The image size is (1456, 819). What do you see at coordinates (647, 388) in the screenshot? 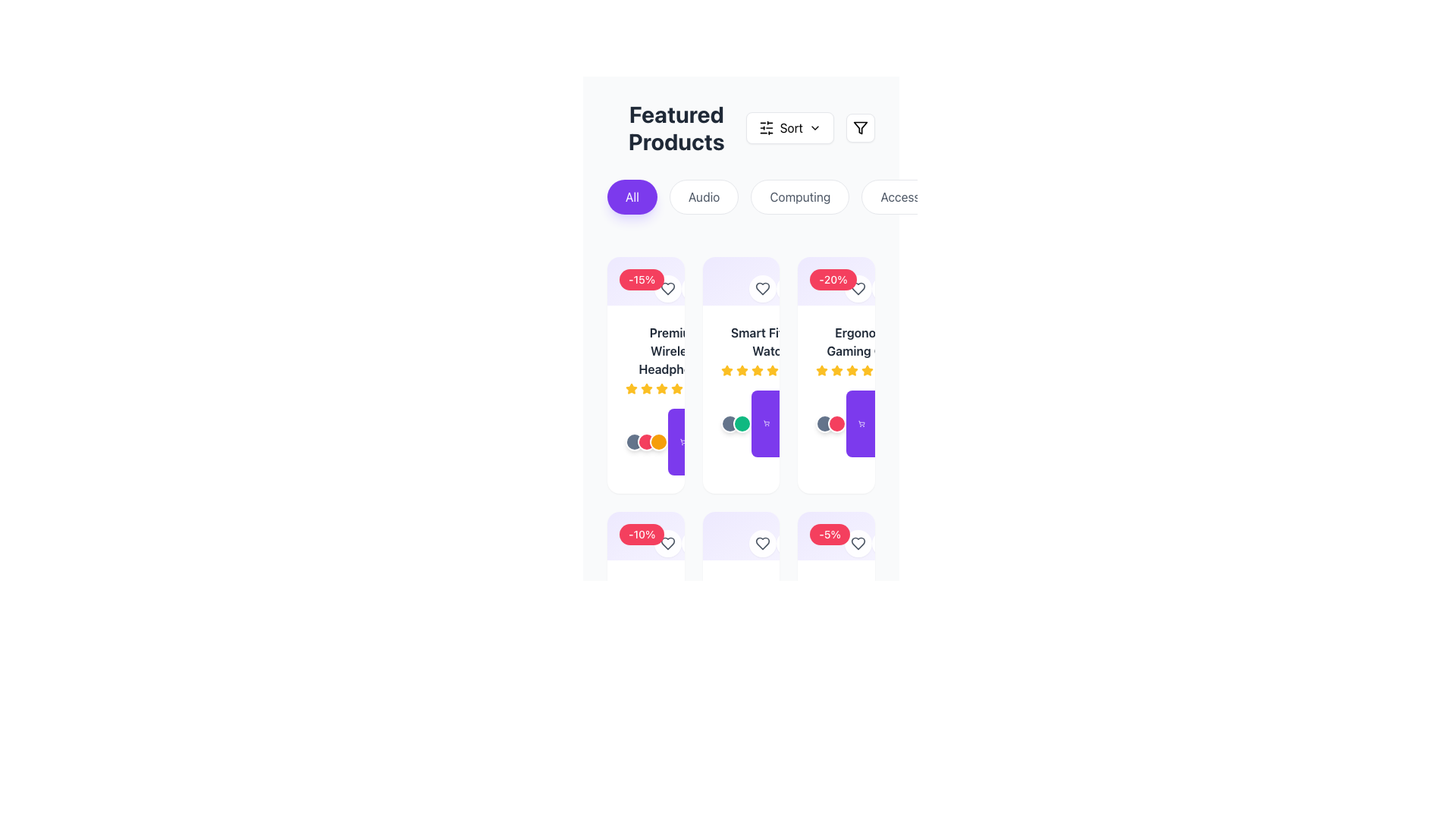
I see `the graphical appearance of the second star icon in the rating control, which indicates a specific rating level` at bounding box center [647, 388].